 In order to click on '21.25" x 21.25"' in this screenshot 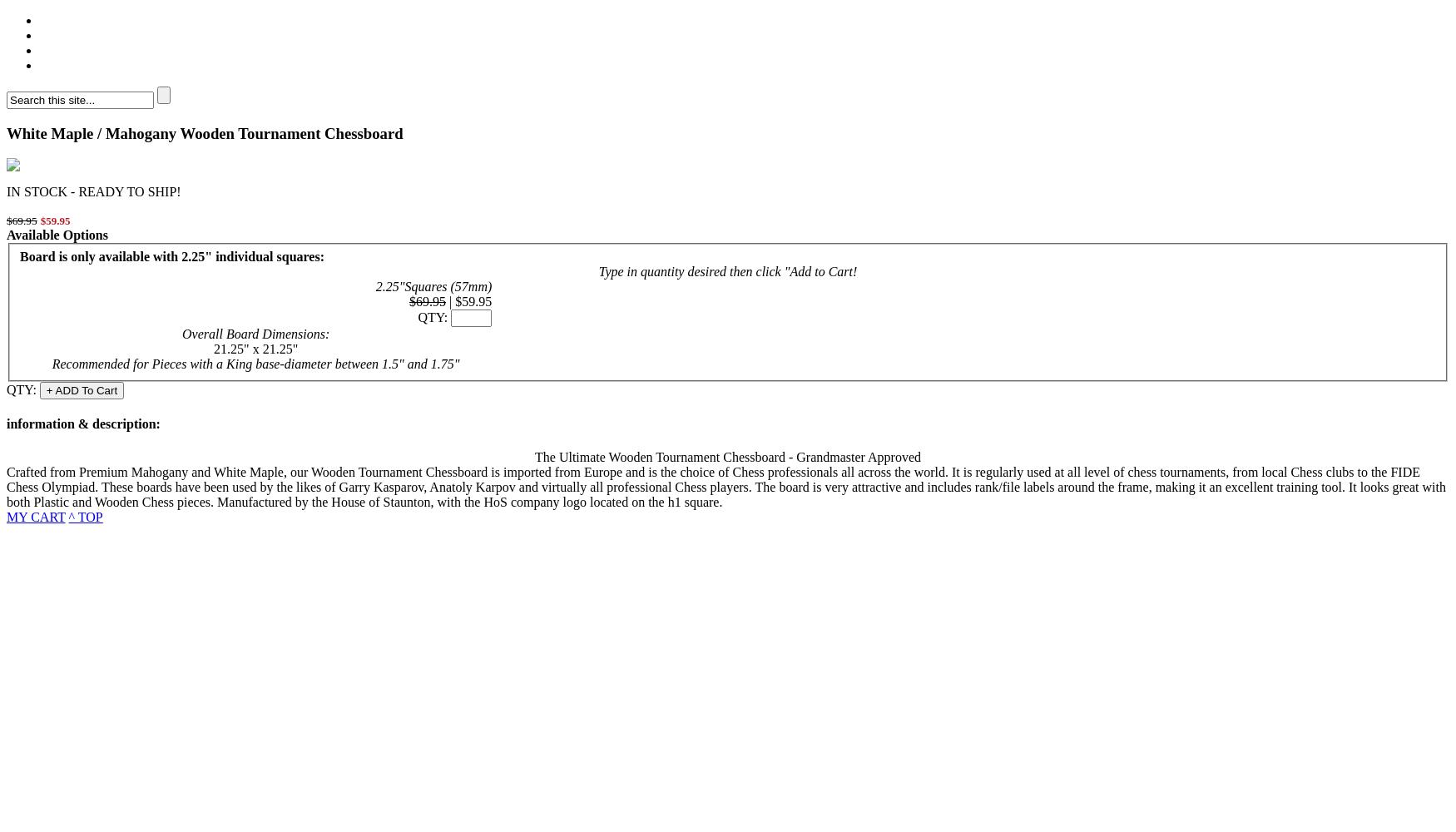, I will do `click(255, 349)`.